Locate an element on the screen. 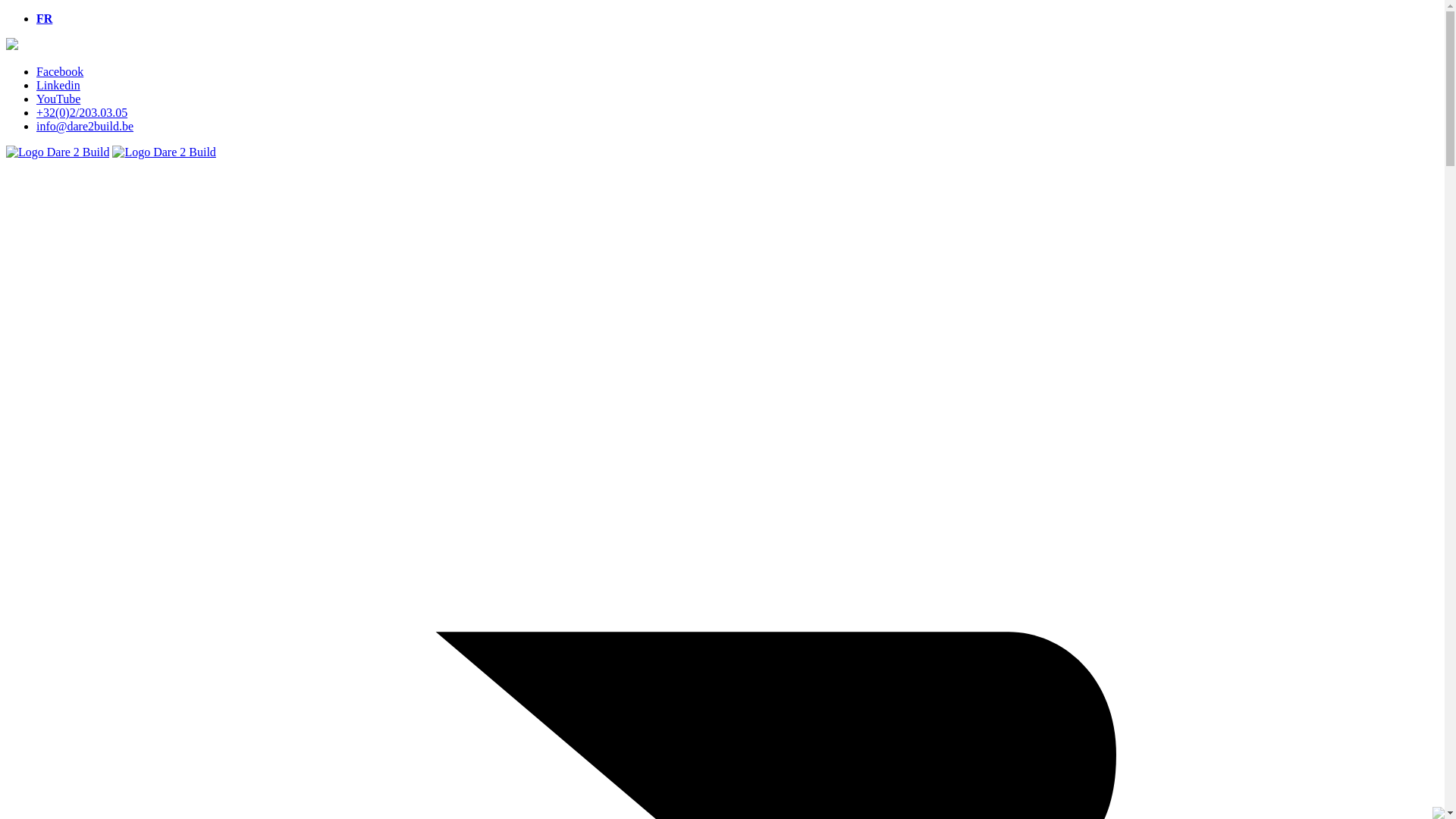 The width and height of the screenshot is (1456, 819). 'info@dare2build.be' is located at coordinates (83, 125).